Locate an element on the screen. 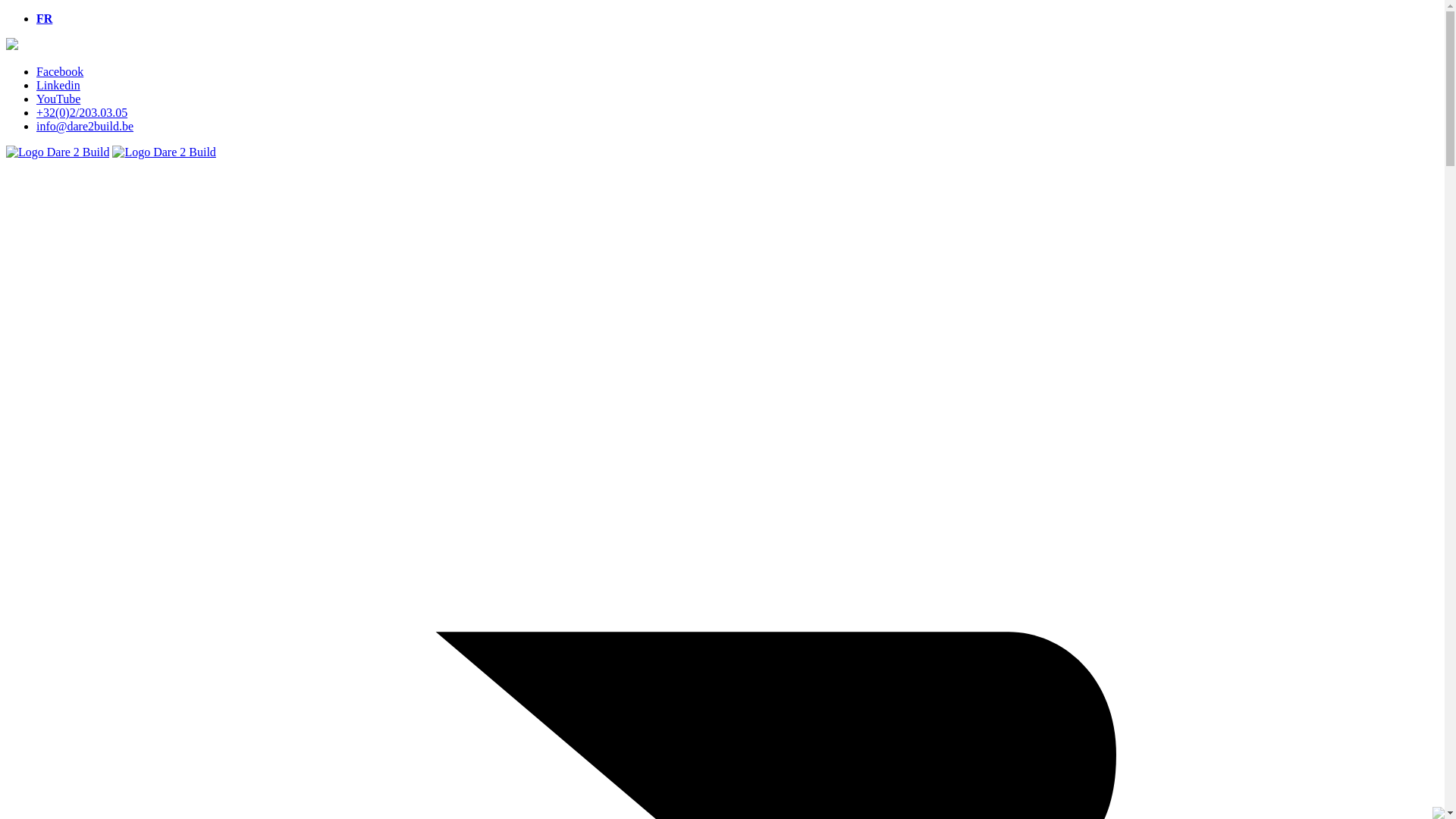 The width and height of the screenshot is (1456, 819). 'info@dare2build.be' is located at coordinates (83, 125).